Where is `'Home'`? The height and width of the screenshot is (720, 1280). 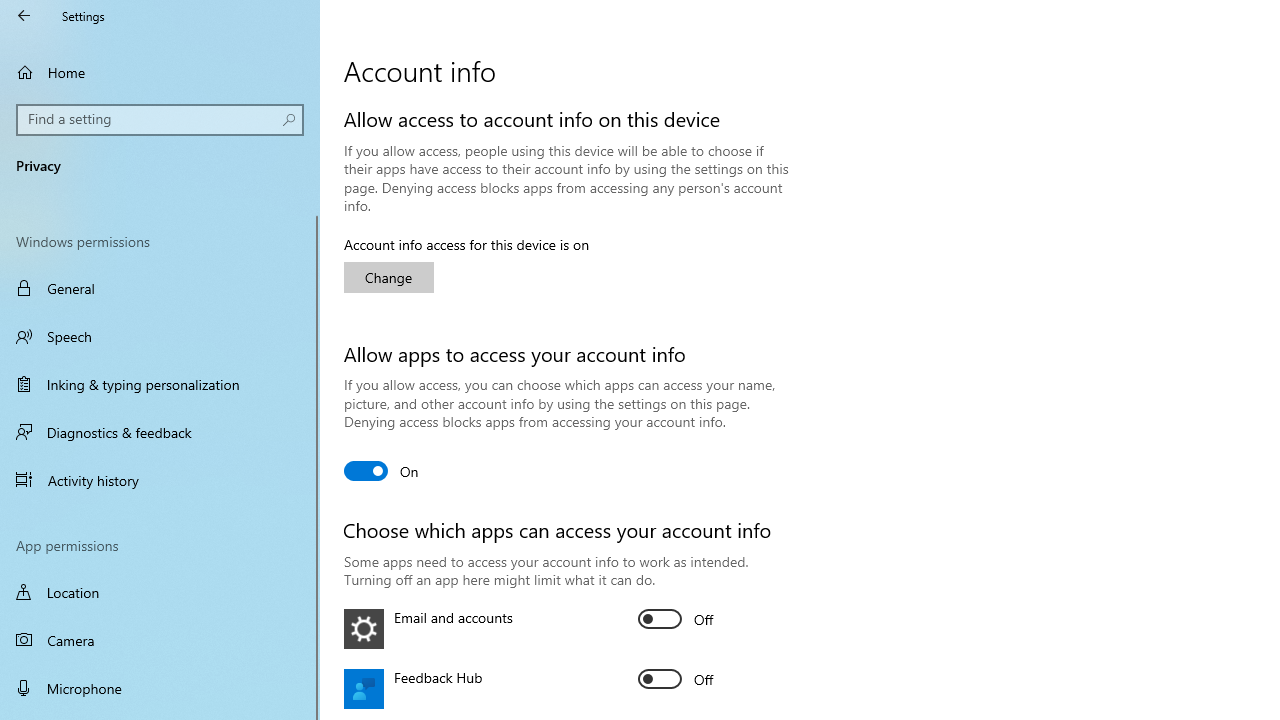
'Home' is located at coordinates (160, 71).